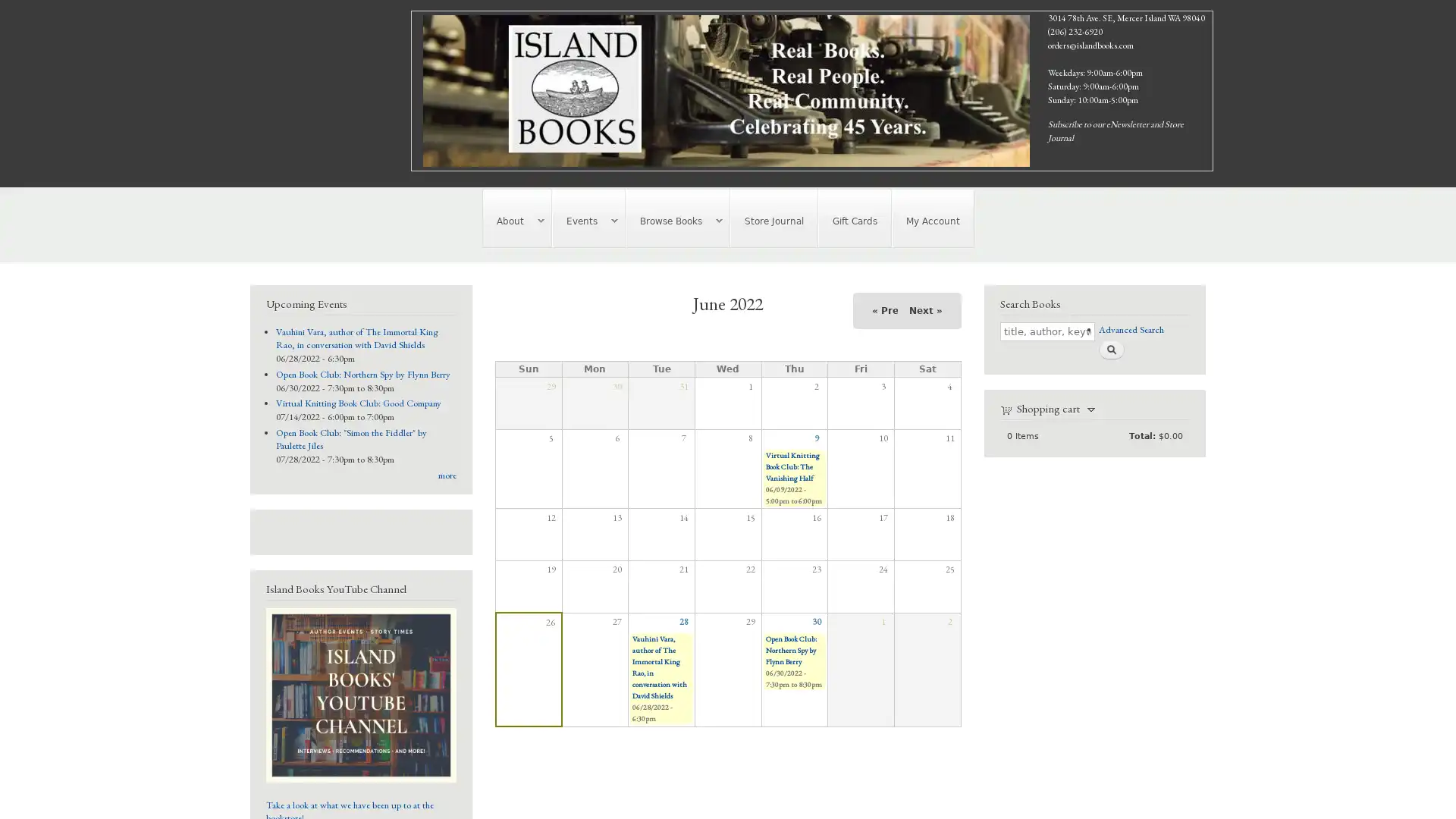  Describe the element at coordinates (1110, 350) in the screenshot. I see `Search` at that location.